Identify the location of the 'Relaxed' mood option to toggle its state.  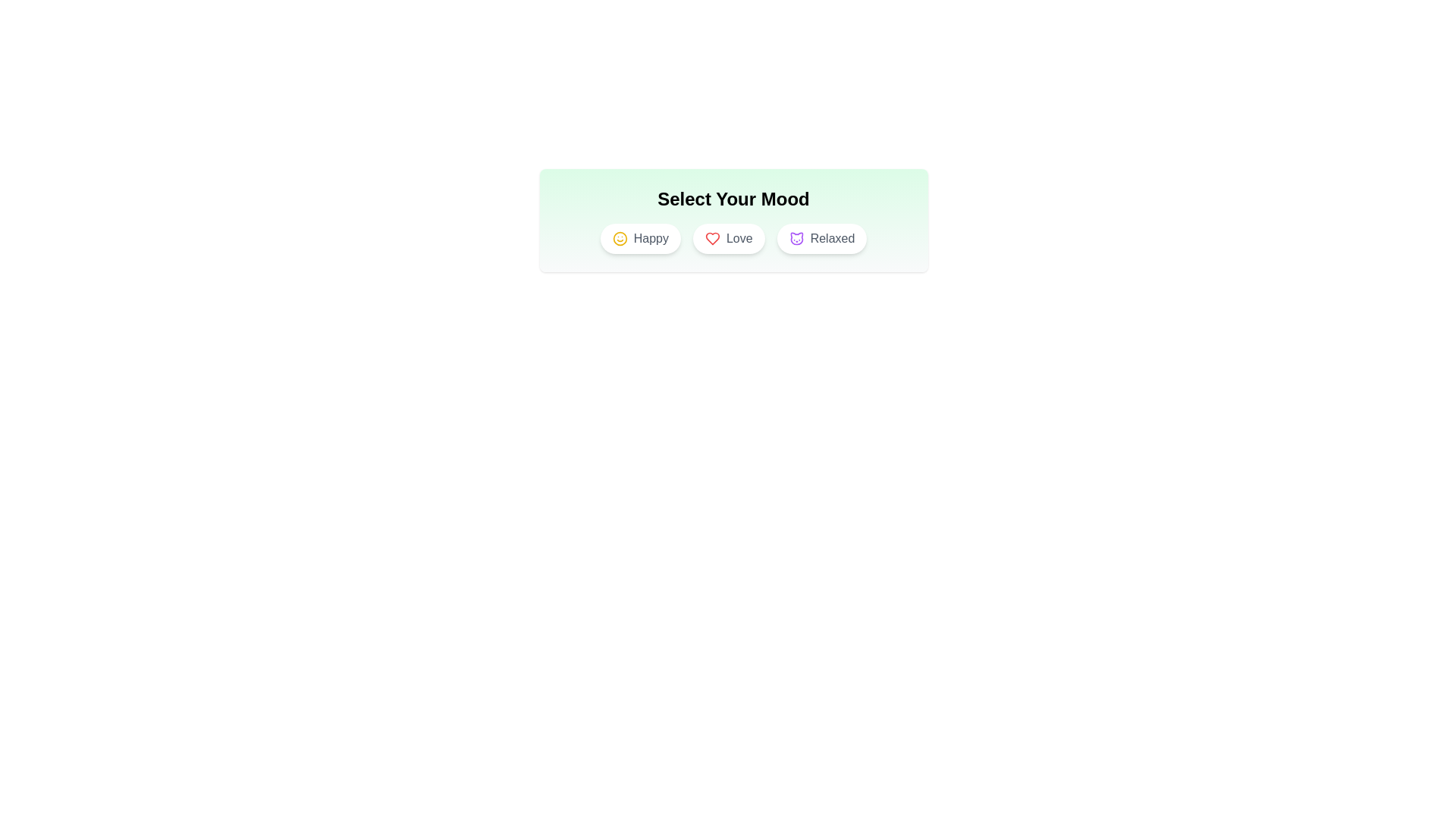
(821, 239).